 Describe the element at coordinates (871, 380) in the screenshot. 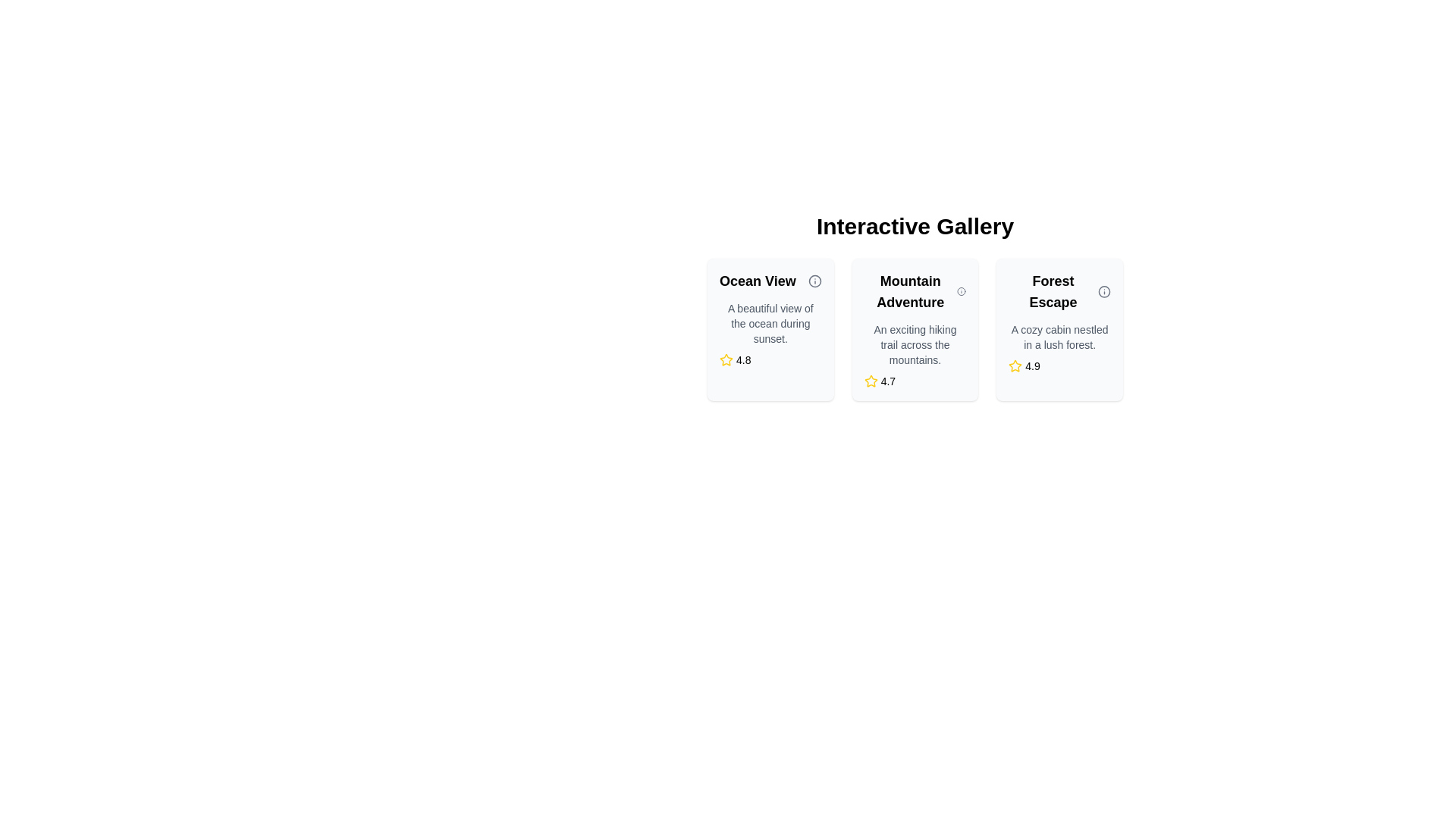

I see `the yellow star icon associated with the rating system in the 'Mountain Adventure' card, located to the left of the text '4.7'` at that location.